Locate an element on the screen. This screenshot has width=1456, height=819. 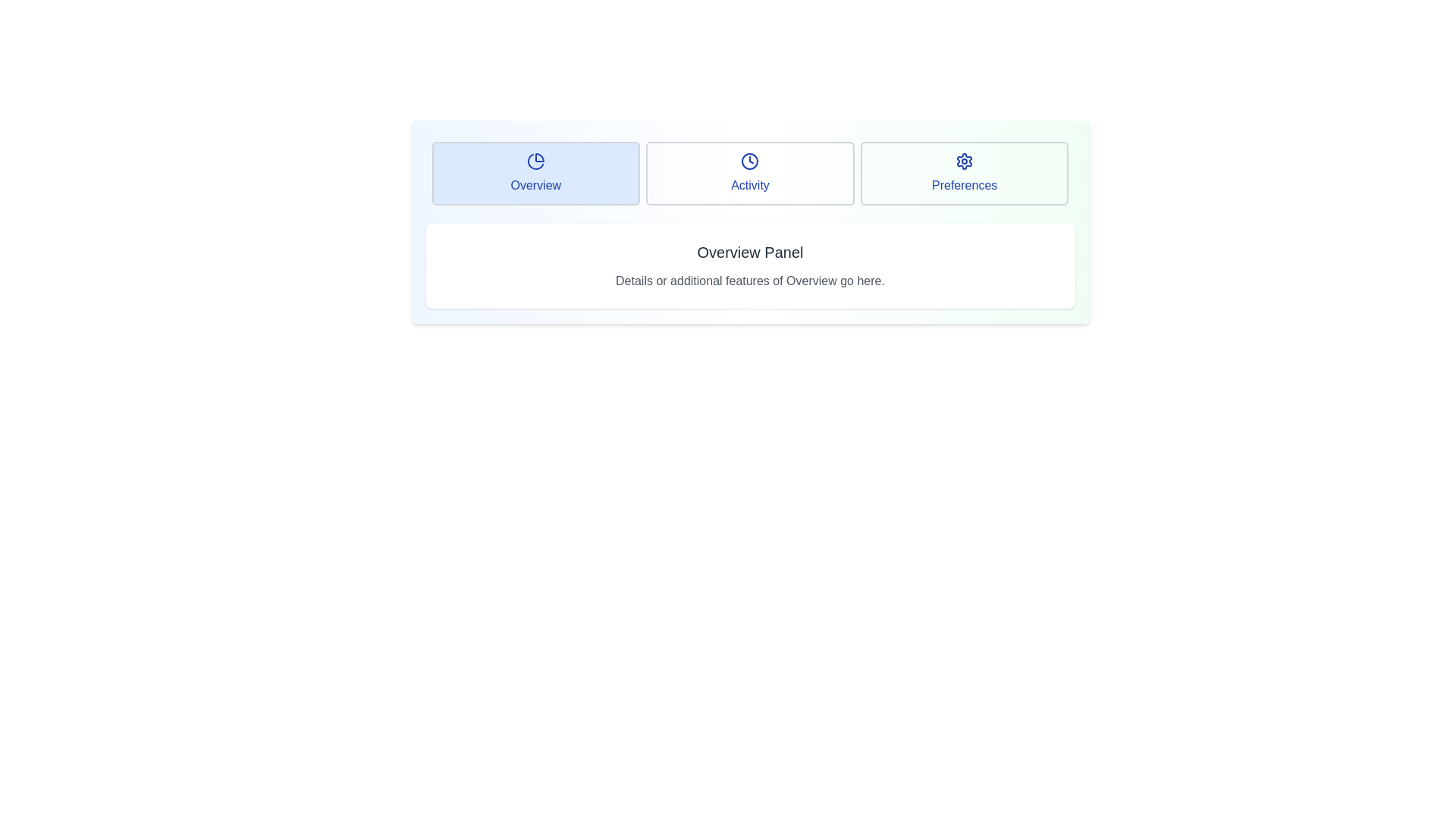
the tab labeled Activity to observe its hover effect is located at coordinates (750, 172).